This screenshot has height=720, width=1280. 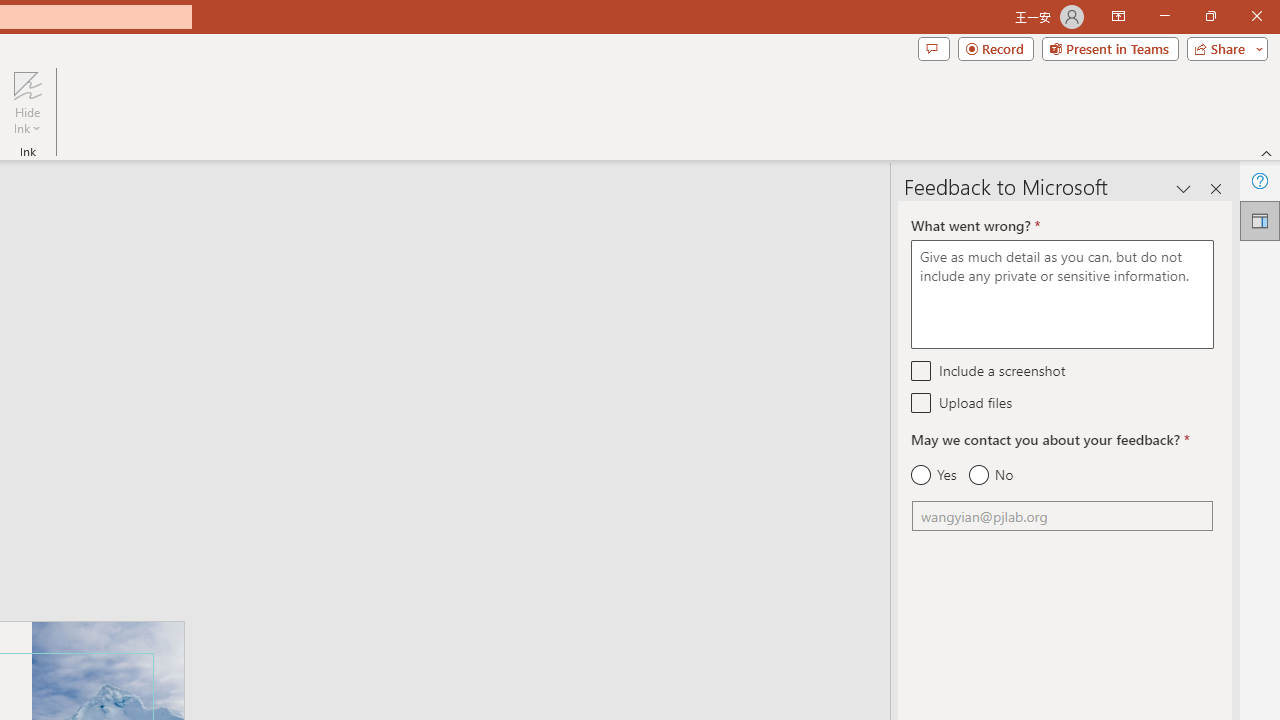 What do you see at coordinates (995, 47) in the screenshot?
I see `'Record'` at bounding box center [995, 47].